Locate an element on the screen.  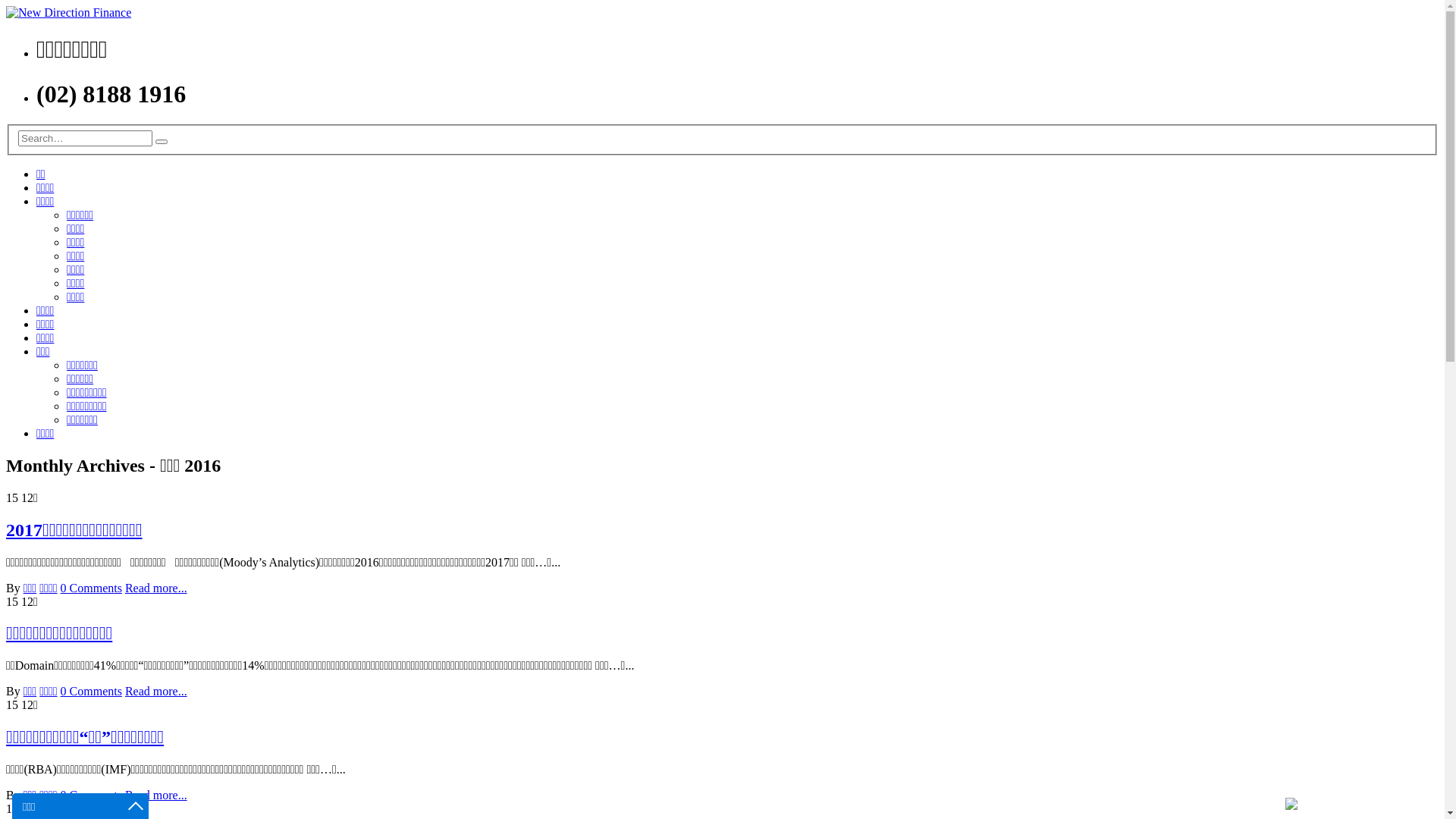
'Read more...' is located at coordinates (156, 691).